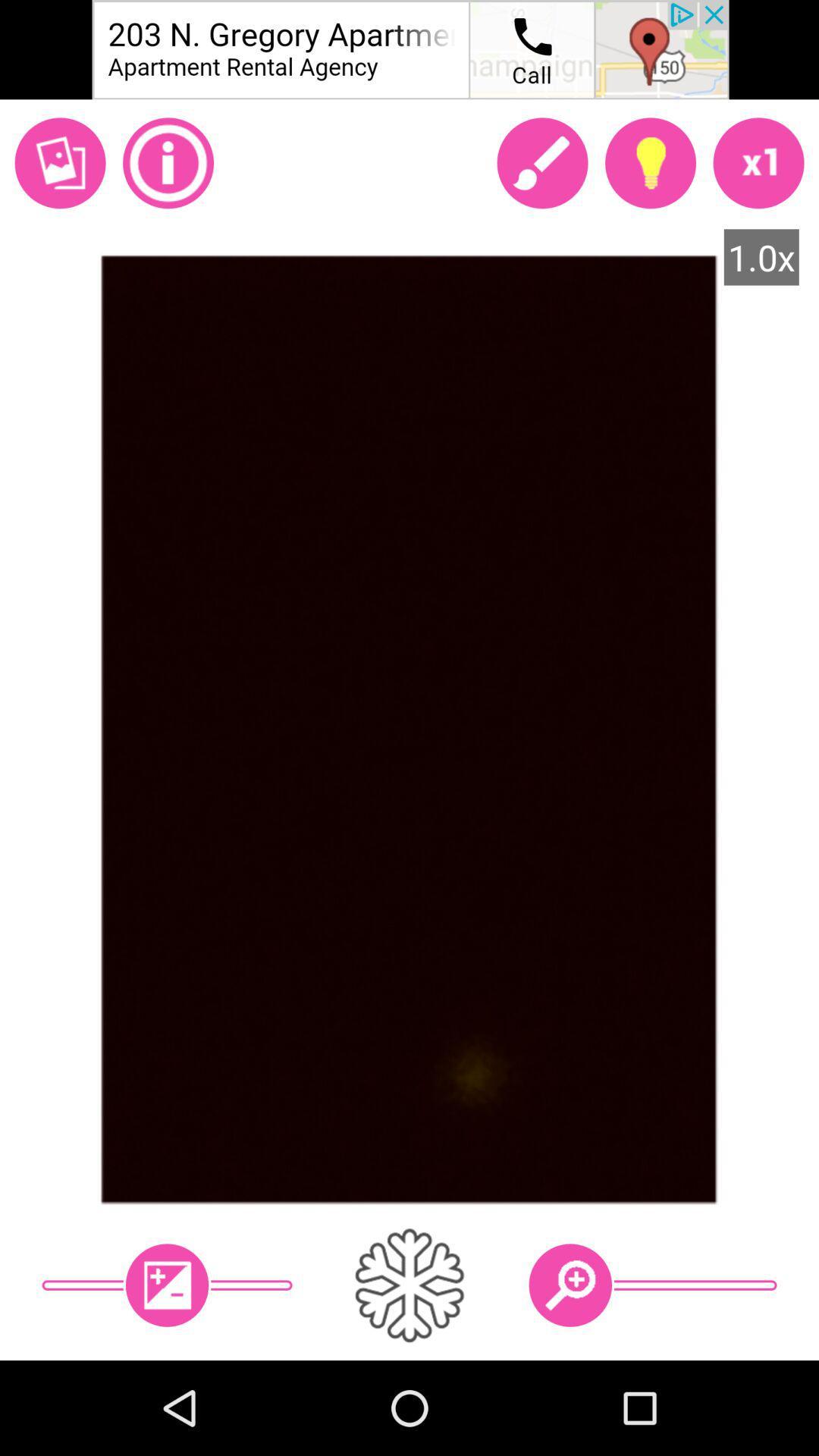  I want to click on more information button, so click(168, 163).